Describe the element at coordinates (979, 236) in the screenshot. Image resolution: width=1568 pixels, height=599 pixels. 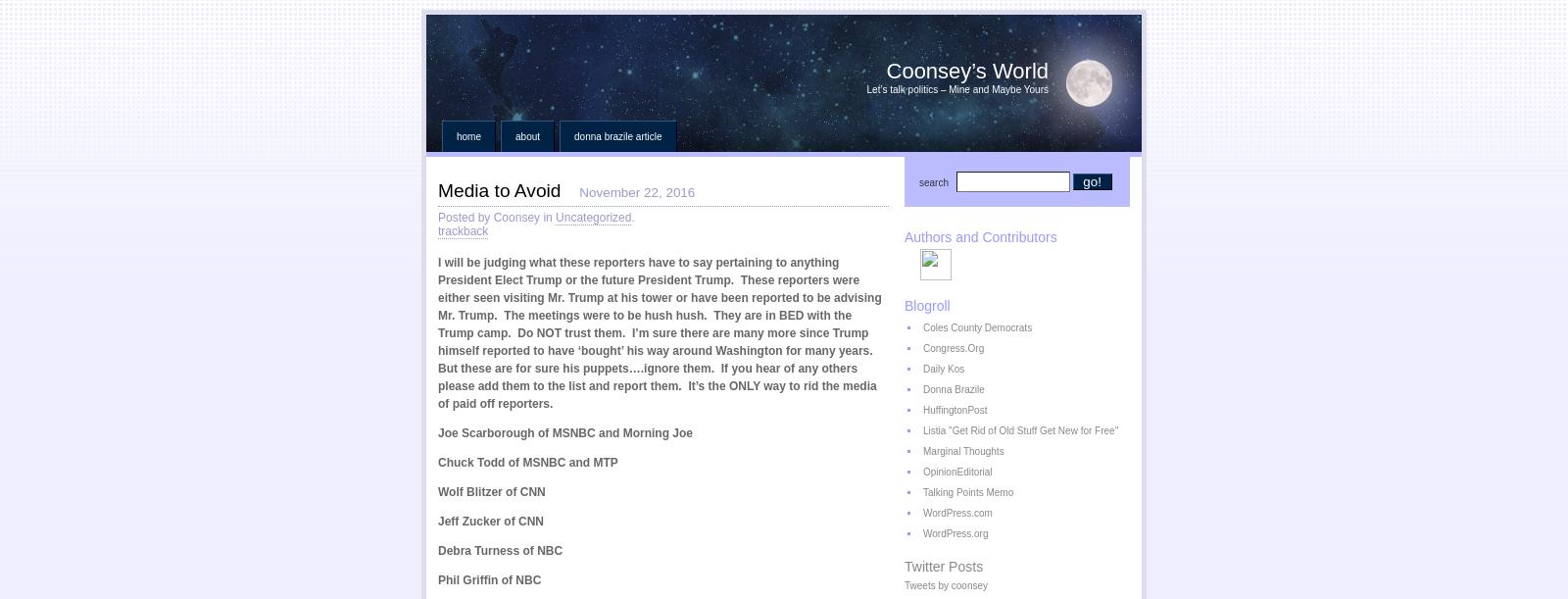
I see `'Authors and Contributors'` at that location.